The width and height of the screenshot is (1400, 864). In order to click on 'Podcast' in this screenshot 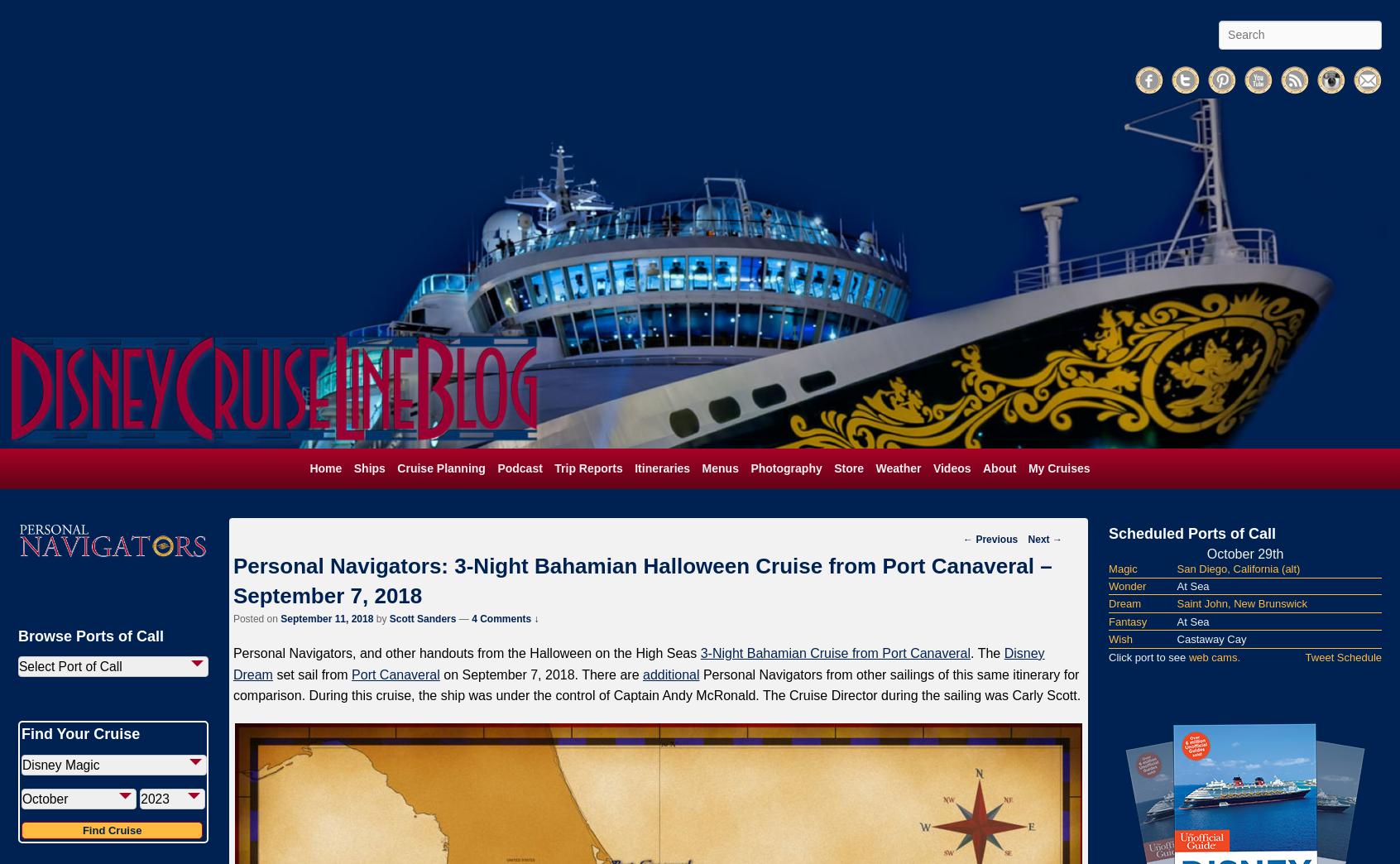, I will do `click(519, 467)`.